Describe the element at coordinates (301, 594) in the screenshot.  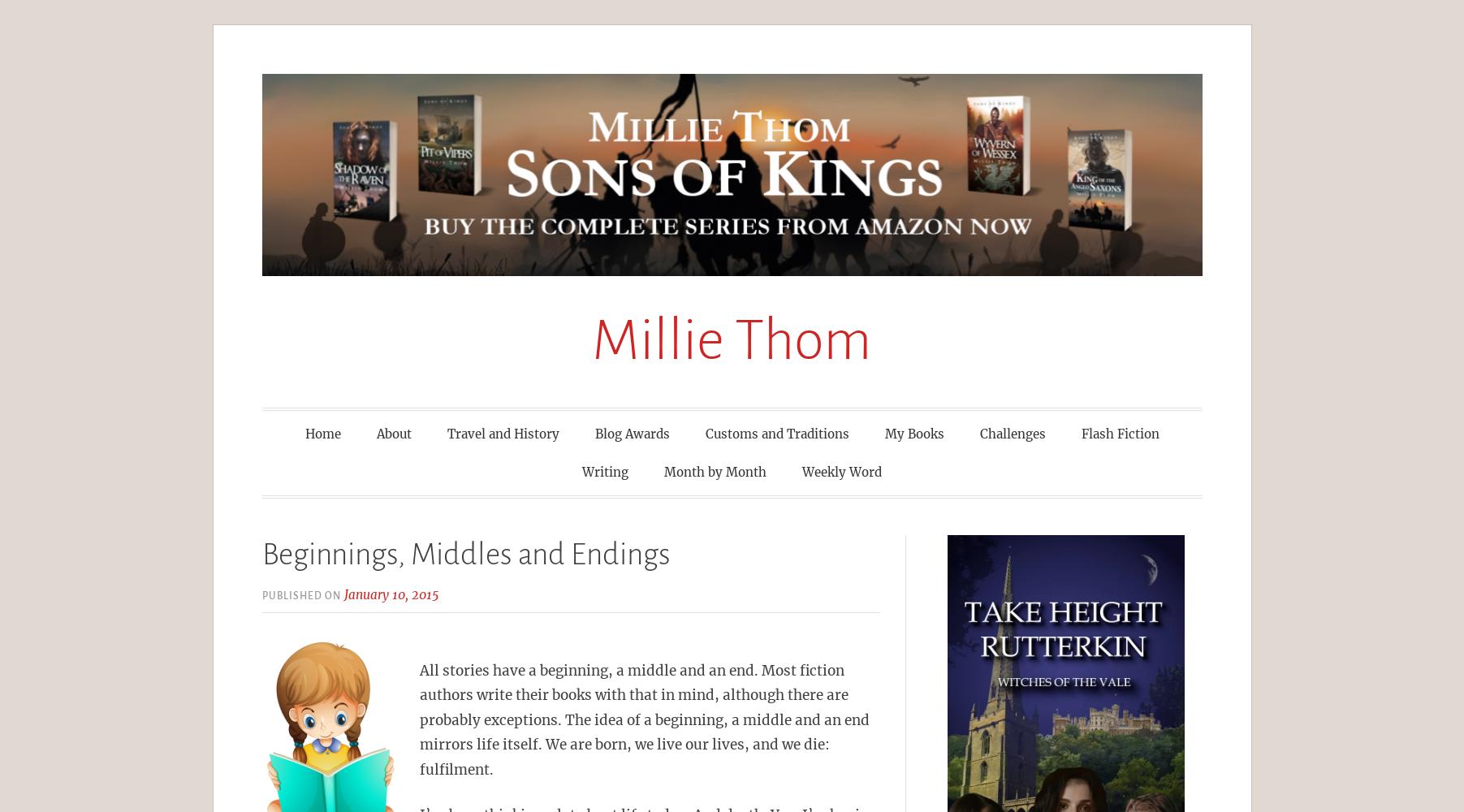
I see `'Published on'` at that location.